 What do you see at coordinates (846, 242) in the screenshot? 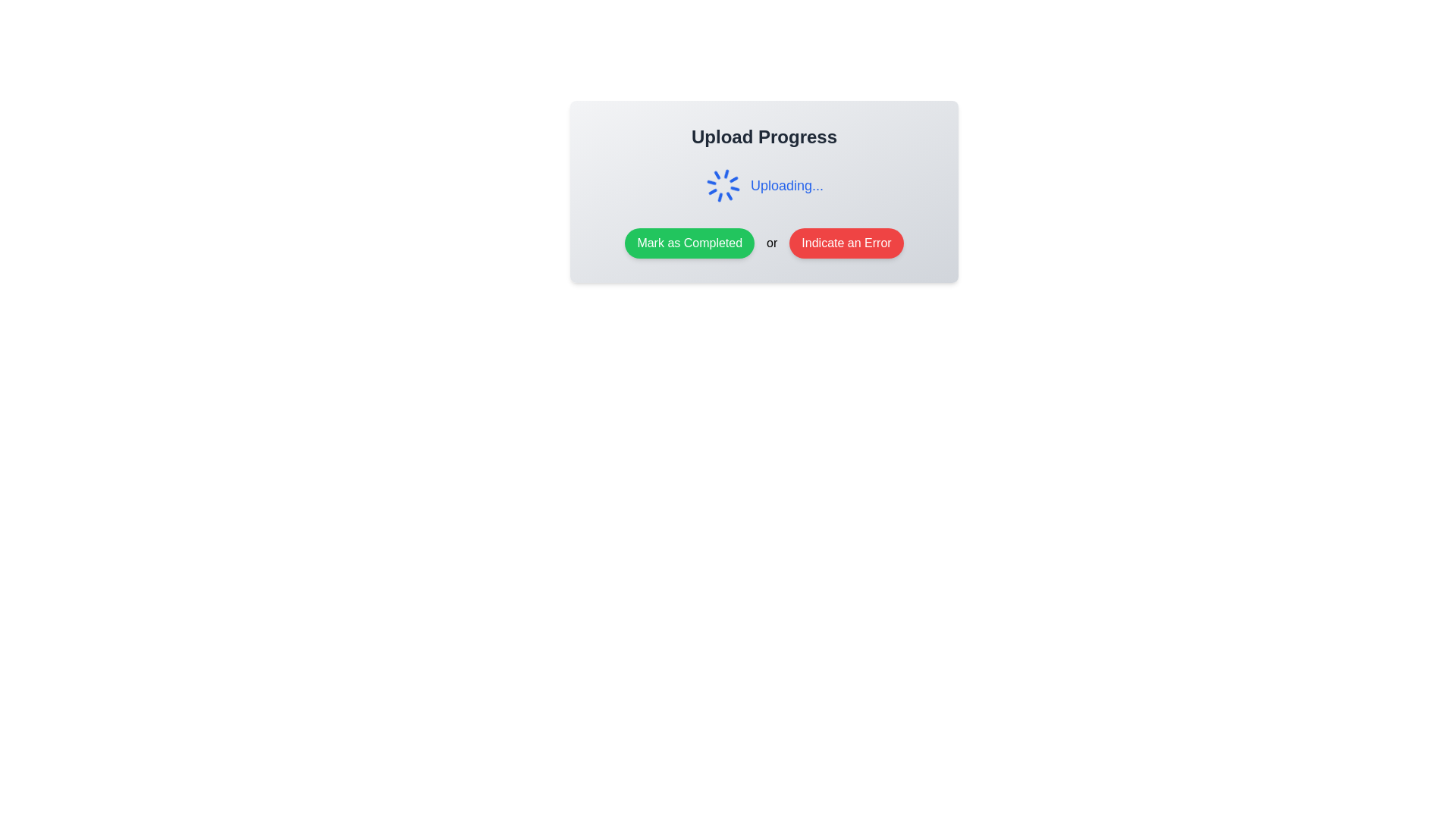
I see `the prominent red button labeled 'Indicate an Error'` at bounding box center [846, 242].